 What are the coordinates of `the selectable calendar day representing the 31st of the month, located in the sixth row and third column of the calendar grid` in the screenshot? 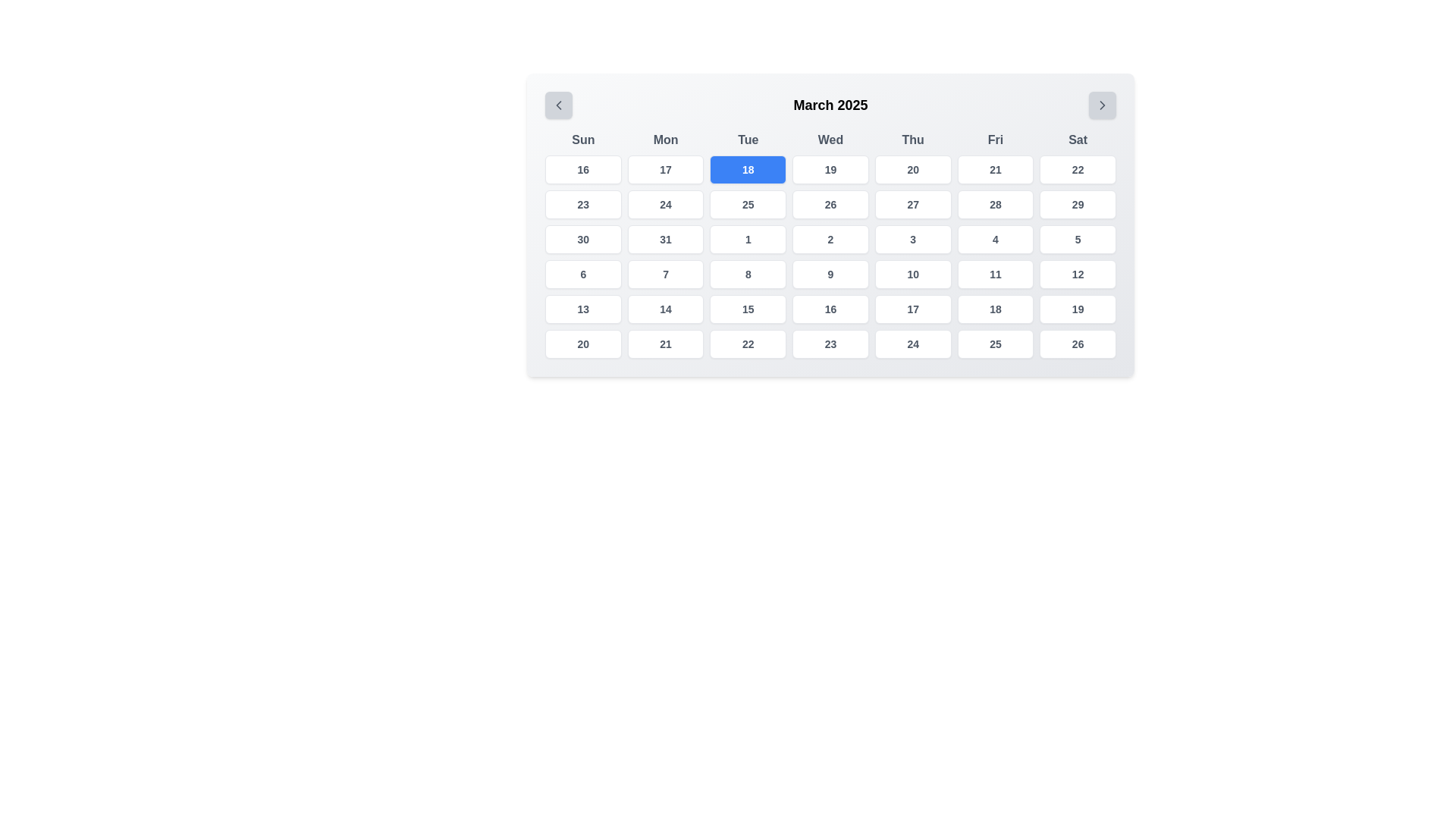 It's located at (666, 239).